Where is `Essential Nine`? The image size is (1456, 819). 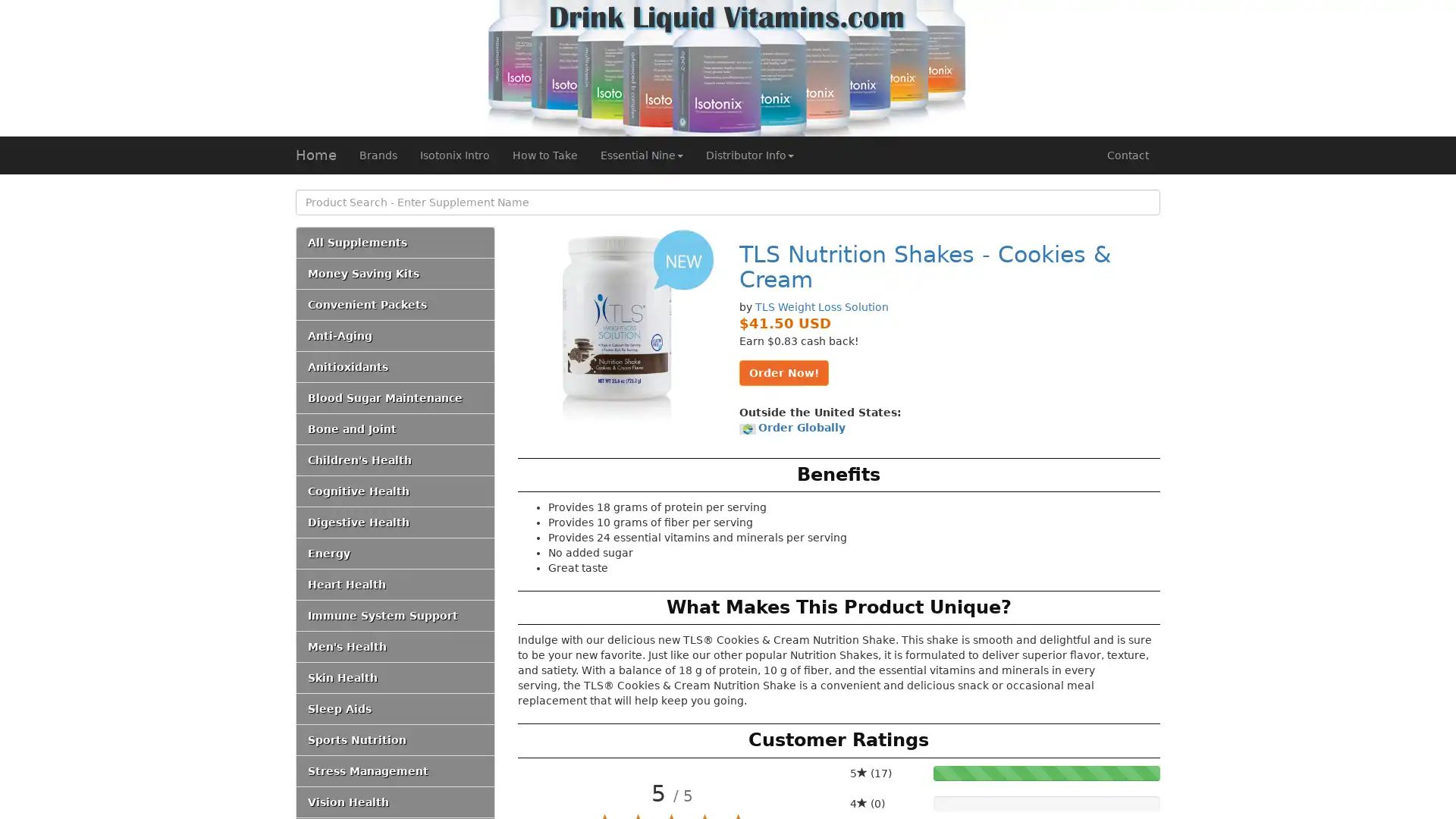
Essential Nine is located at coordinates (642, 155).